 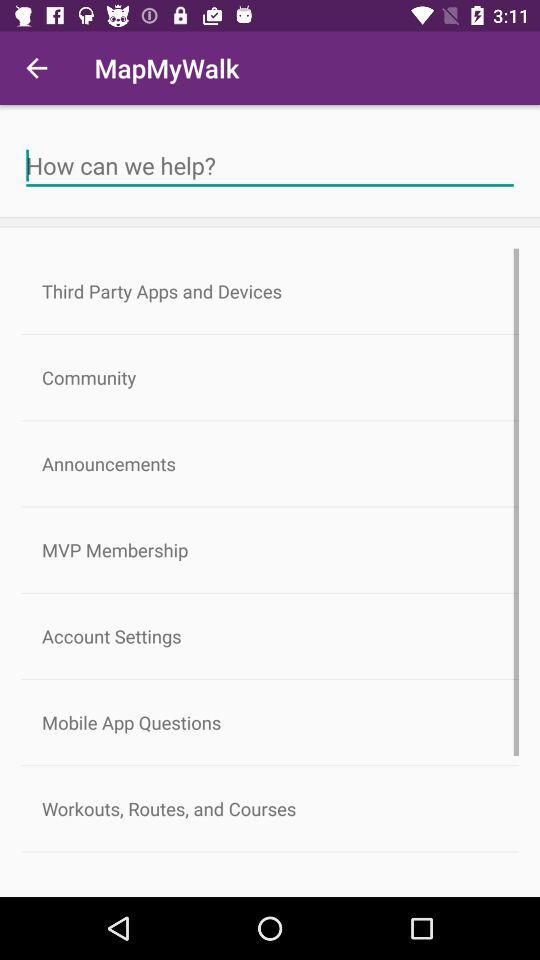 What do you see at coordinates (270, 463) in the screenshot?
I see `the item below community` at bounding box center [270, 463].